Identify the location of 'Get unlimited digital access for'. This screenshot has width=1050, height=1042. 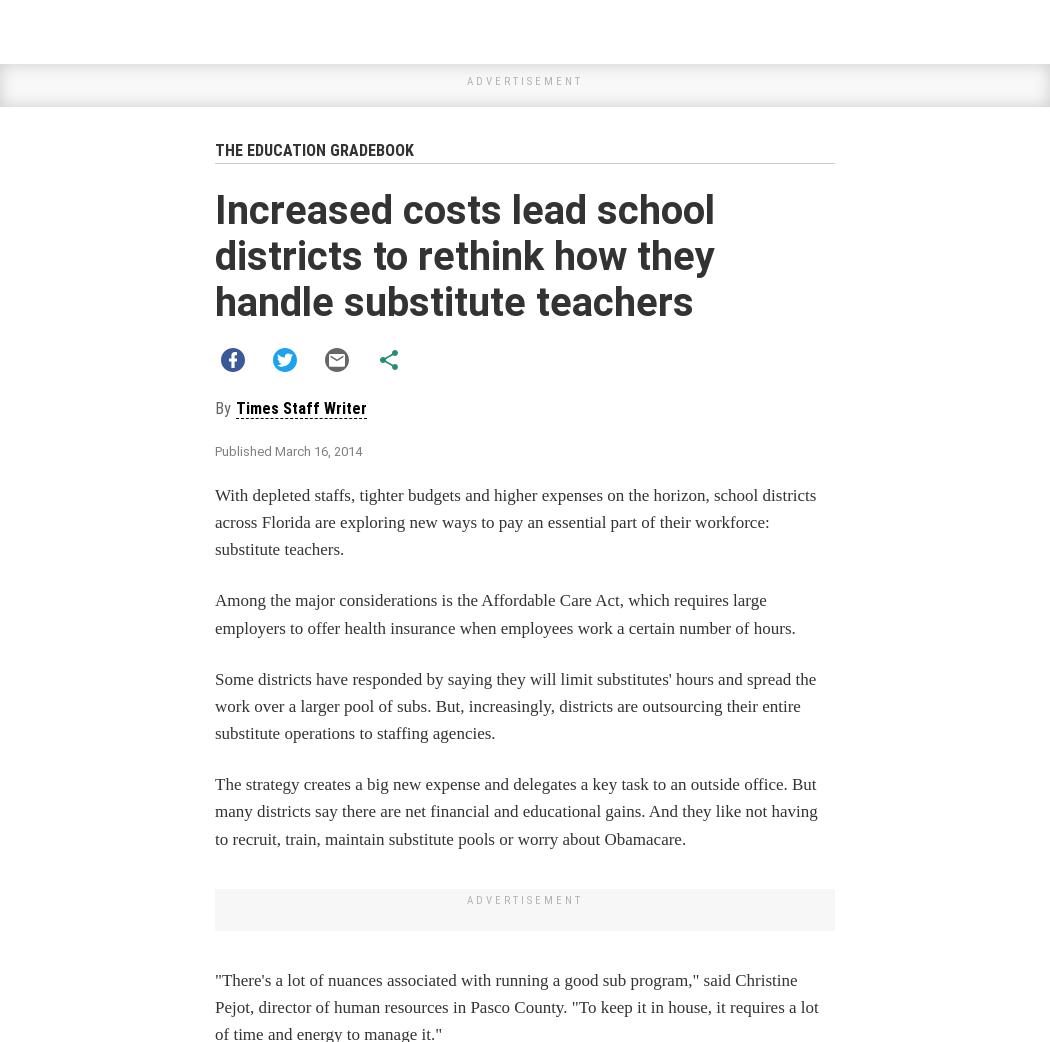
(516, 379).